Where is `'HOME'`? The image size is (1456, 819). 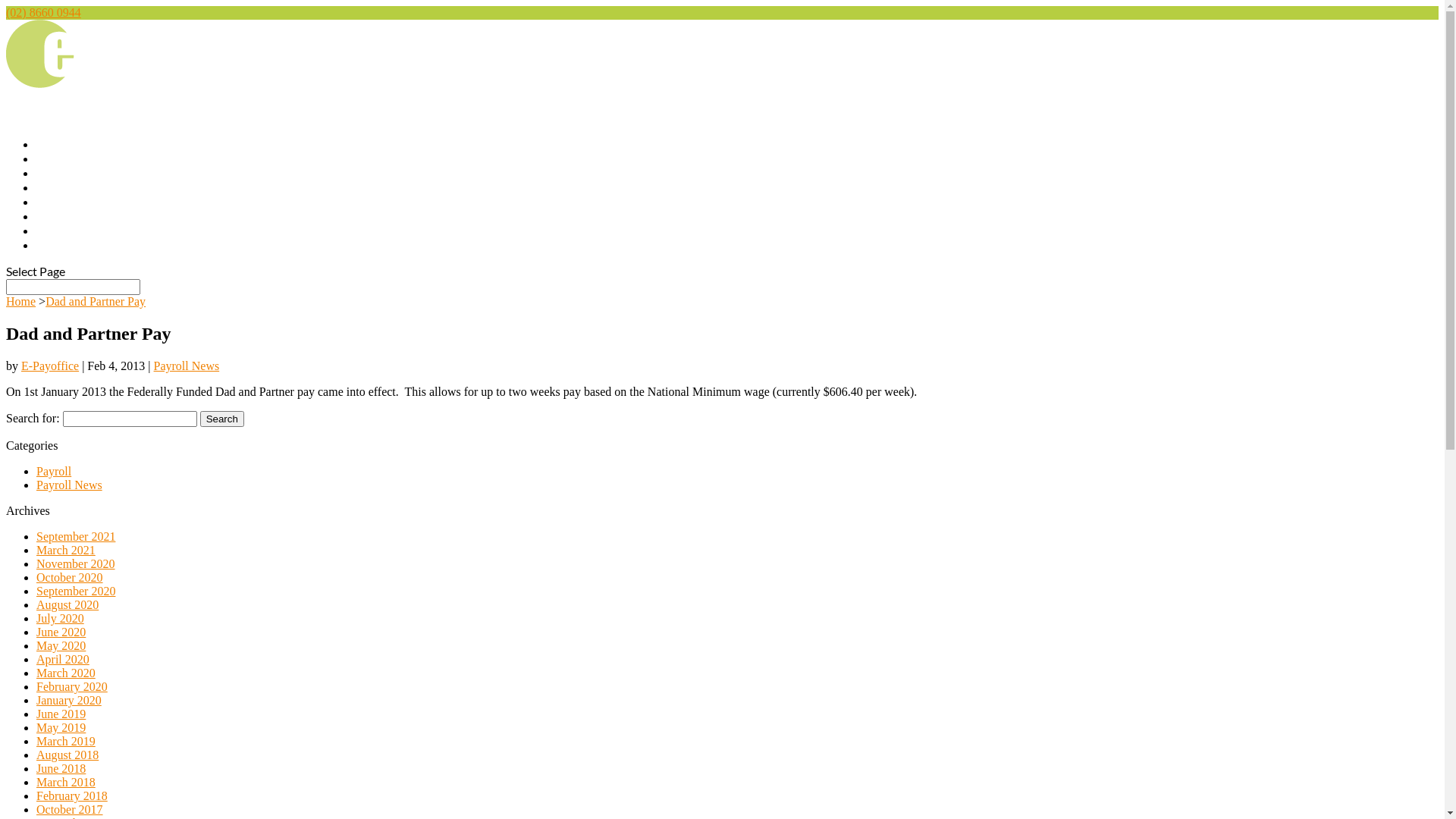 'HOME' is located at coordinates (55, 161).